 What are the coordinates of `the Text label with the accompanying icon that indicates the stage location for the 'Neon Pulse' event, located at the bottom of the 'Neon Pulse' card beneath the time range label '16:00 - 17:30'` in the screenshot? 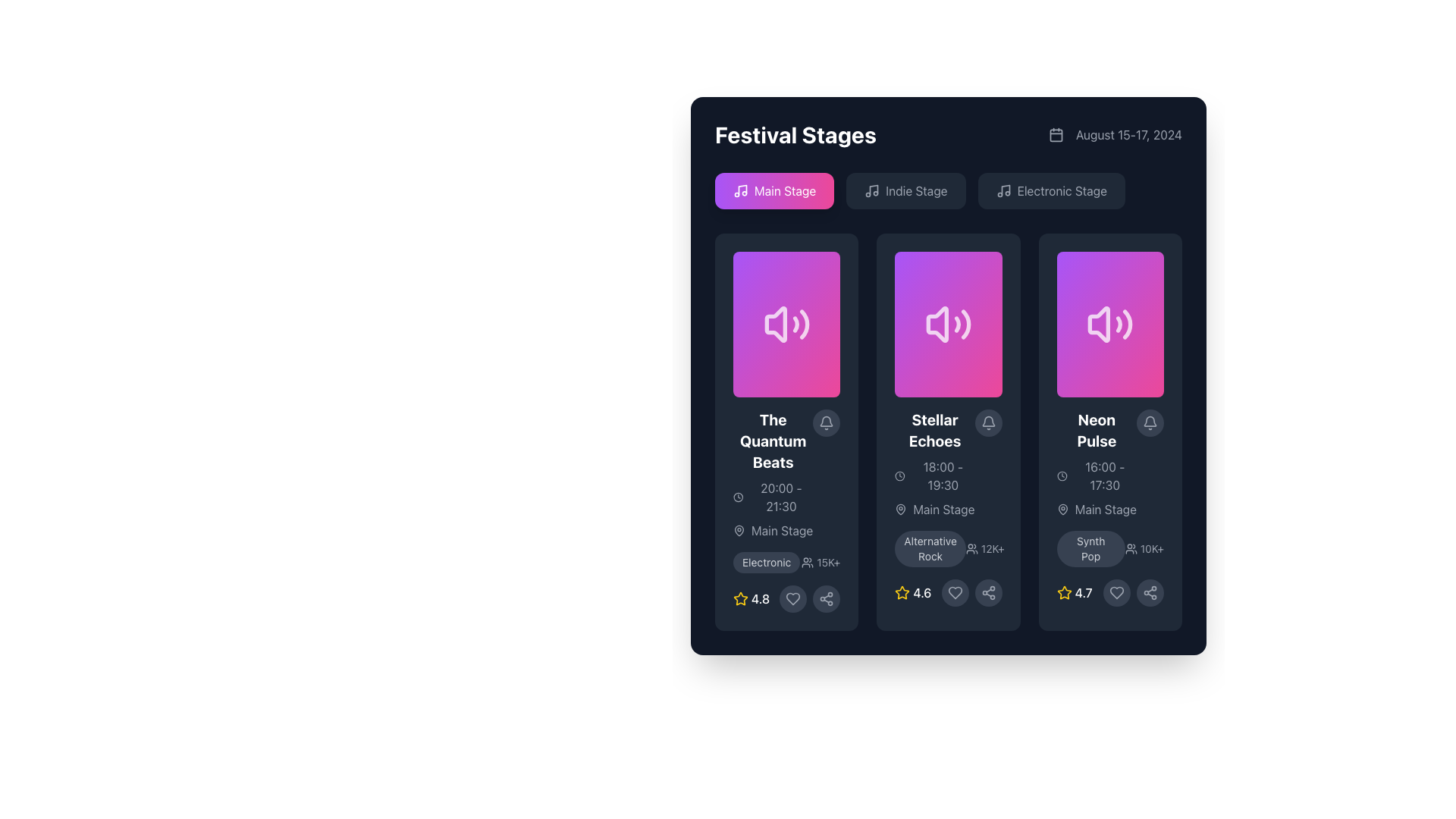 It's located at (1097, 509).